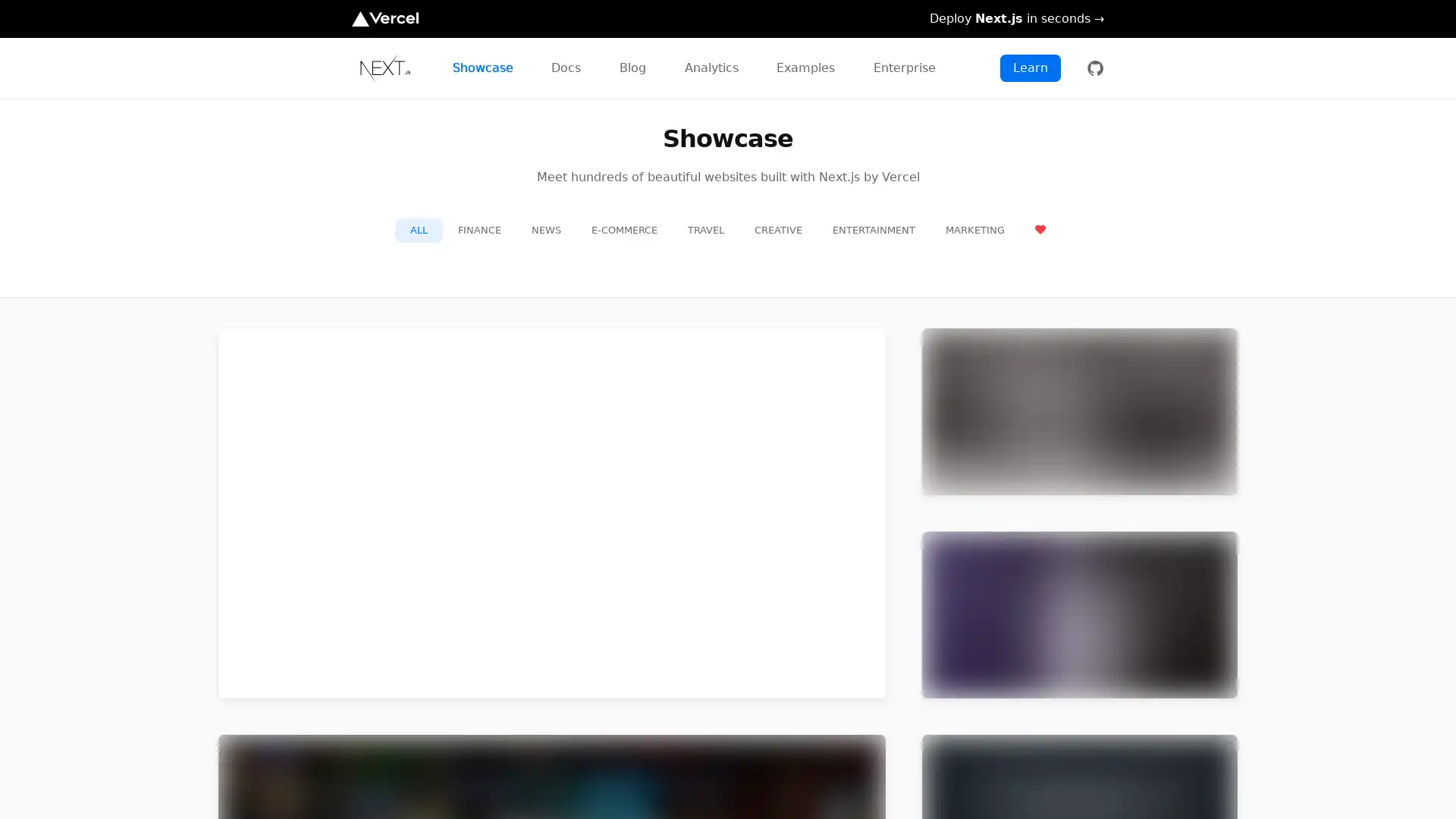 This screenshot has height=819, width=1456. What do you see at coordinates (1079, 614) in the screenshot?
I see `preview for Twitch Twitch https://m.twitch.tv` at bounding box center [1079, 614].